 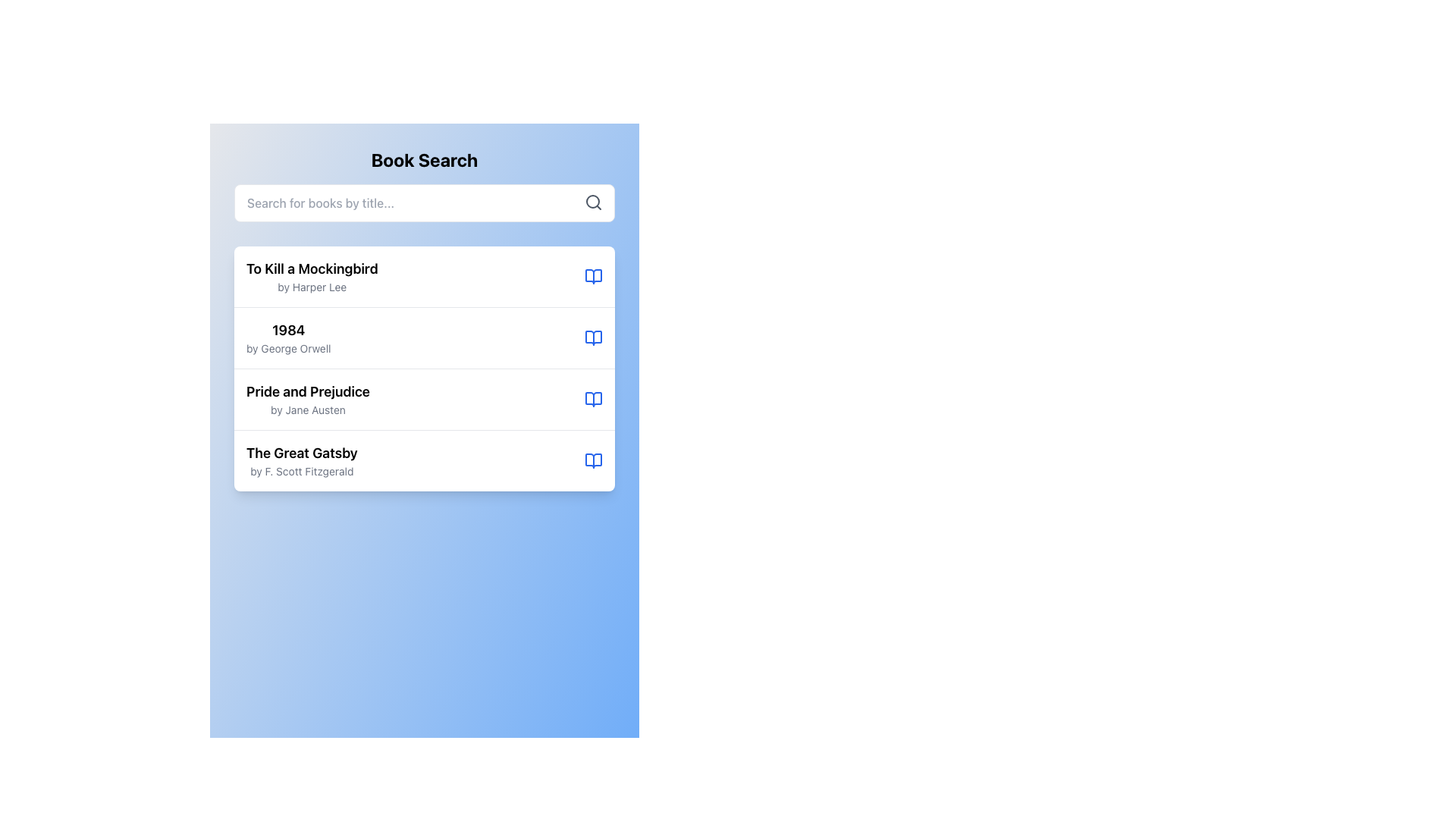 What do you see at coordinates (592, 399) in the screenshot?
I see `the book icon representing 'Pride and Prejudice' located at the rightmost end of the row containing the text 'Pride and Prejudice by Jane Austen'` at bounding box center [592, 399].